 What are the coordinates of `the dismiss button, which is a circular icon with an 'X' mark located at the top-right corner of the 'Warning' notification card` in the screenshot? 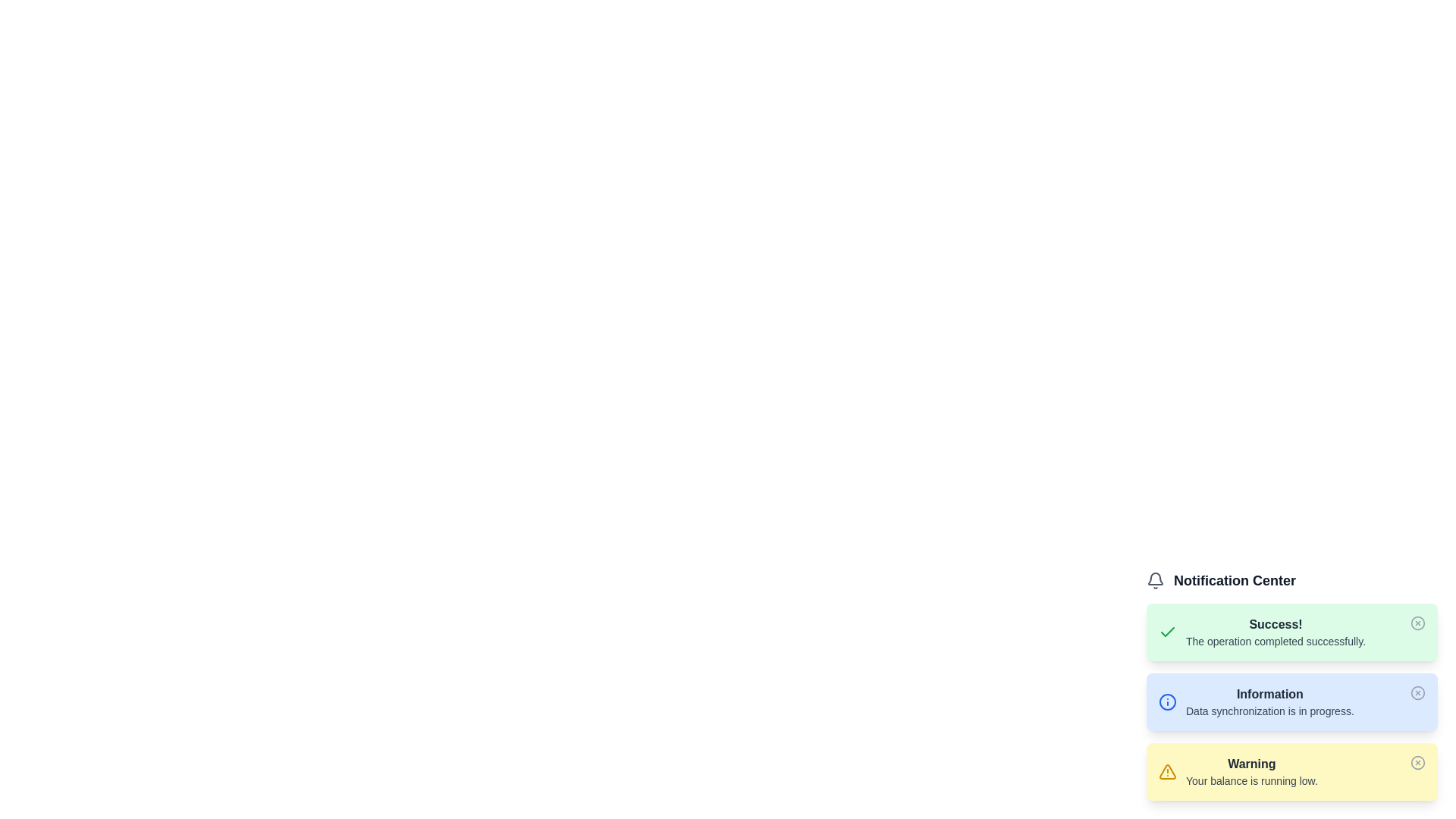 It's located at (1417, 763).